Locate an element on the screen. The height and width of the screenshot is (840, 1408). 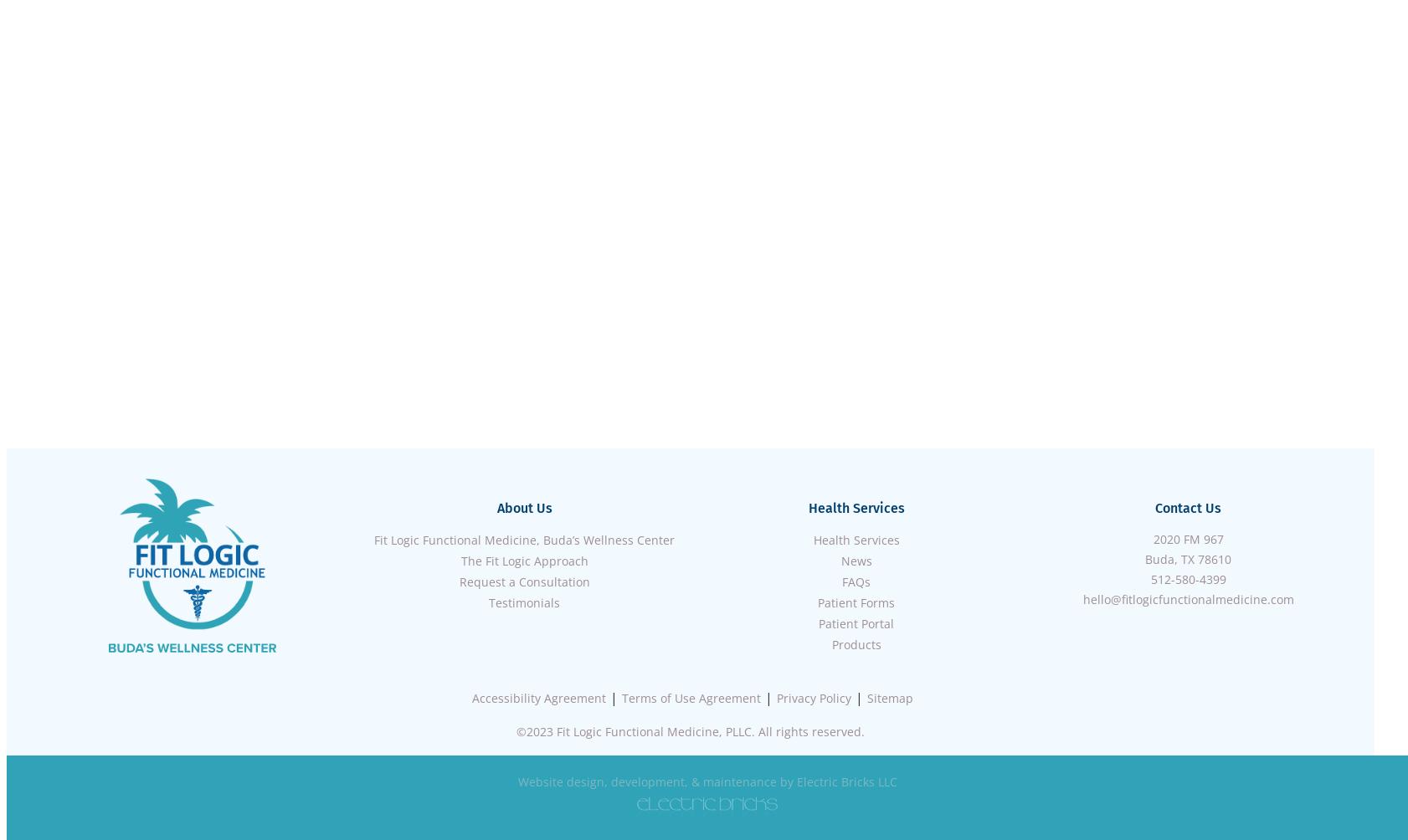
'Accessibility Agreement' is located at coordinates (539, 698).